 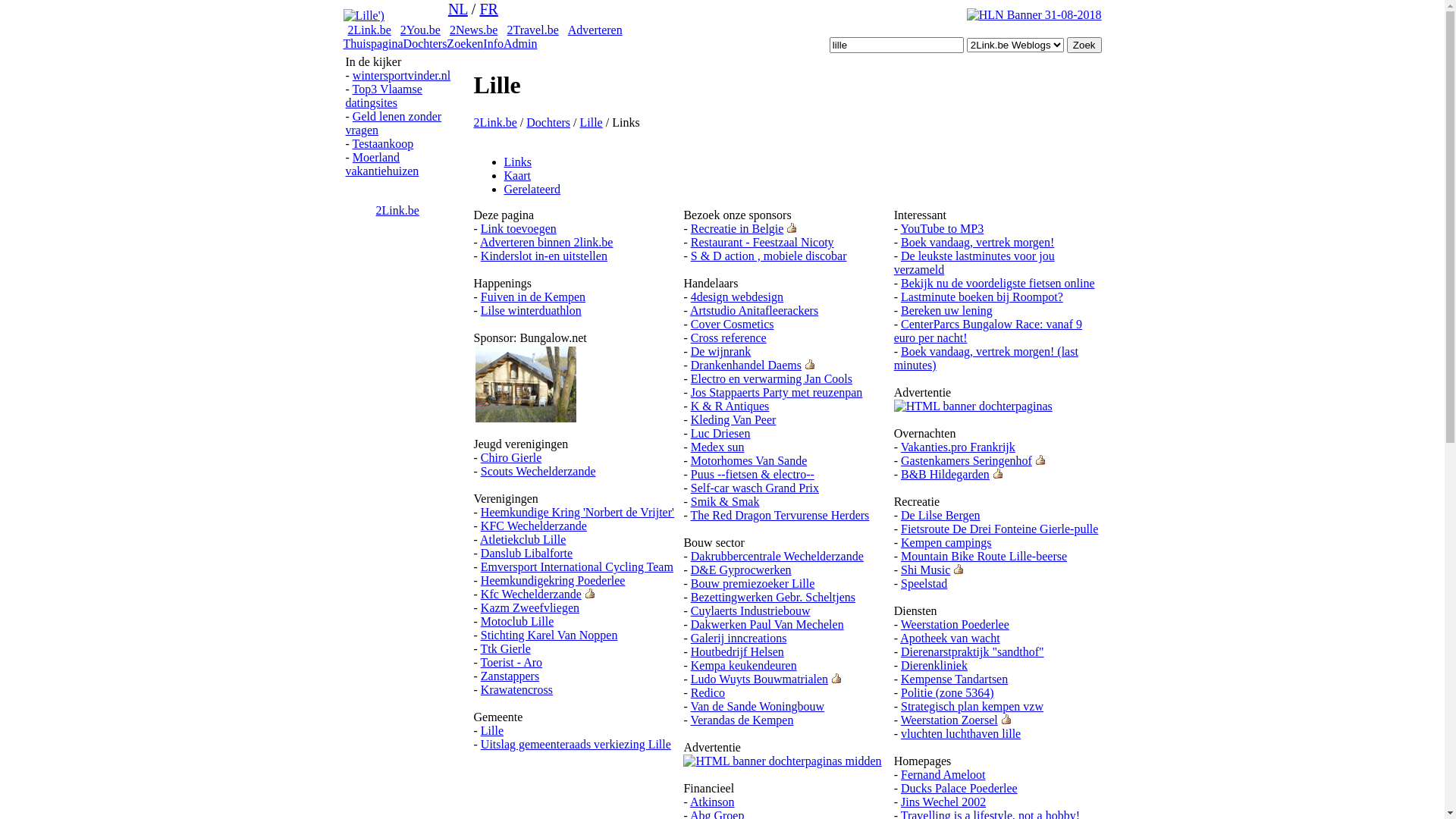 I want to click on 'Uitslag gemeenteraads verkiezing Lille', so click(x=575, y=743).